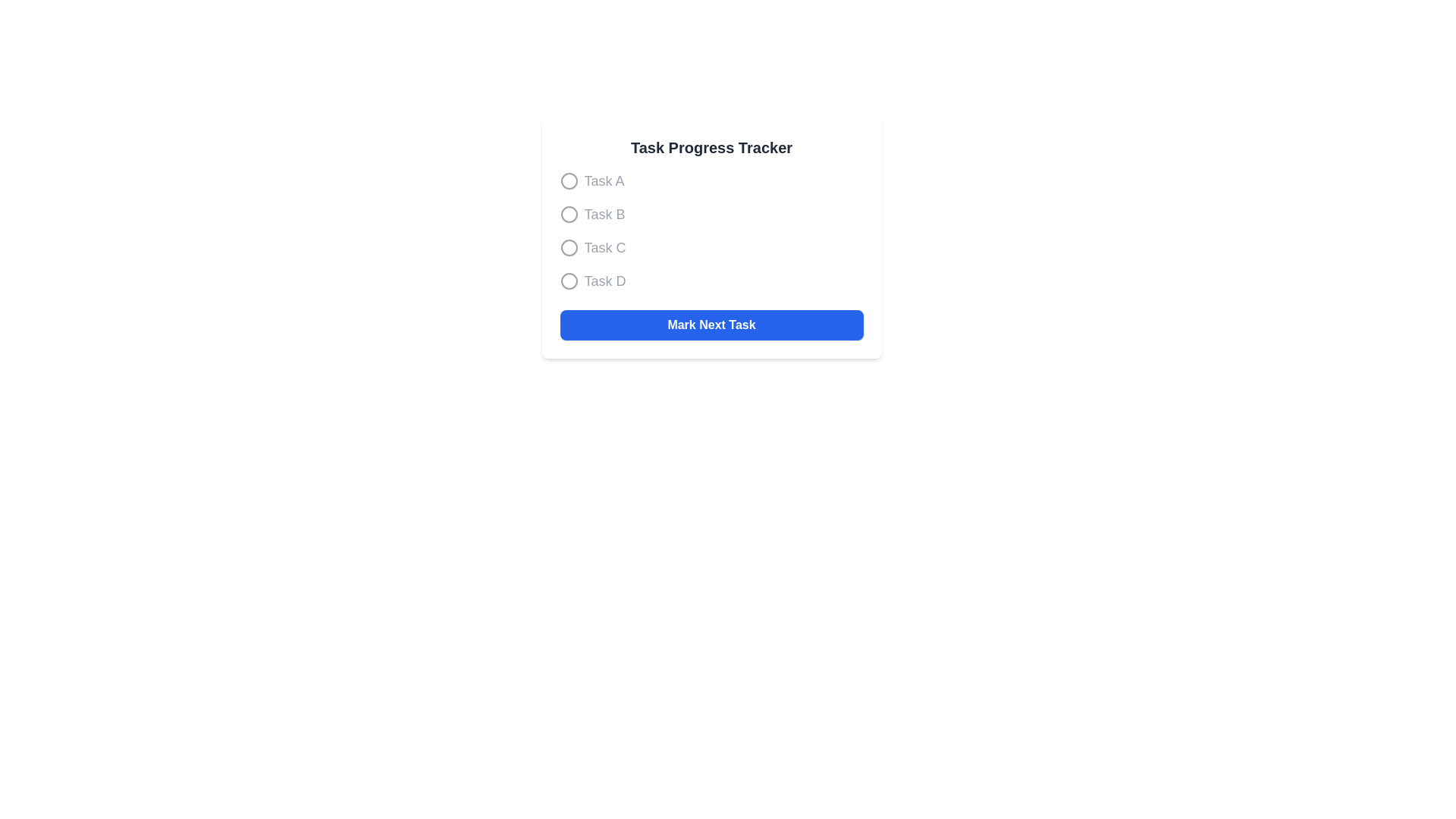 The image size is (1456, 819). I want to click on the Text Label that serves as the header for the module, located at the top of the white card element, so click(711, 148).